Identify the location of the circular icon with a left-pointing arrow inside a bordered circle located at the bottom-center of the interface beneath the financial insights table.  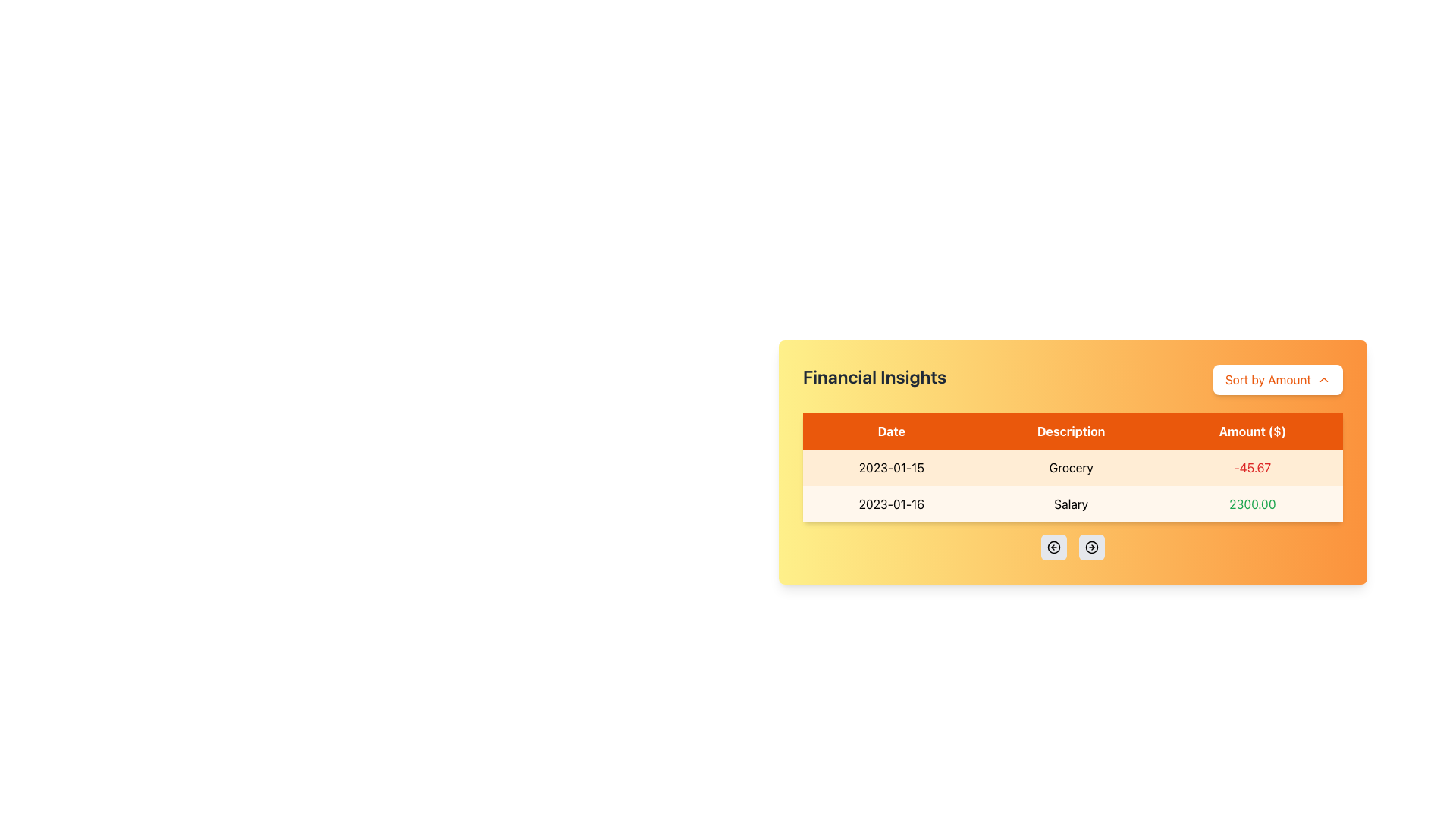
(1053, 547).